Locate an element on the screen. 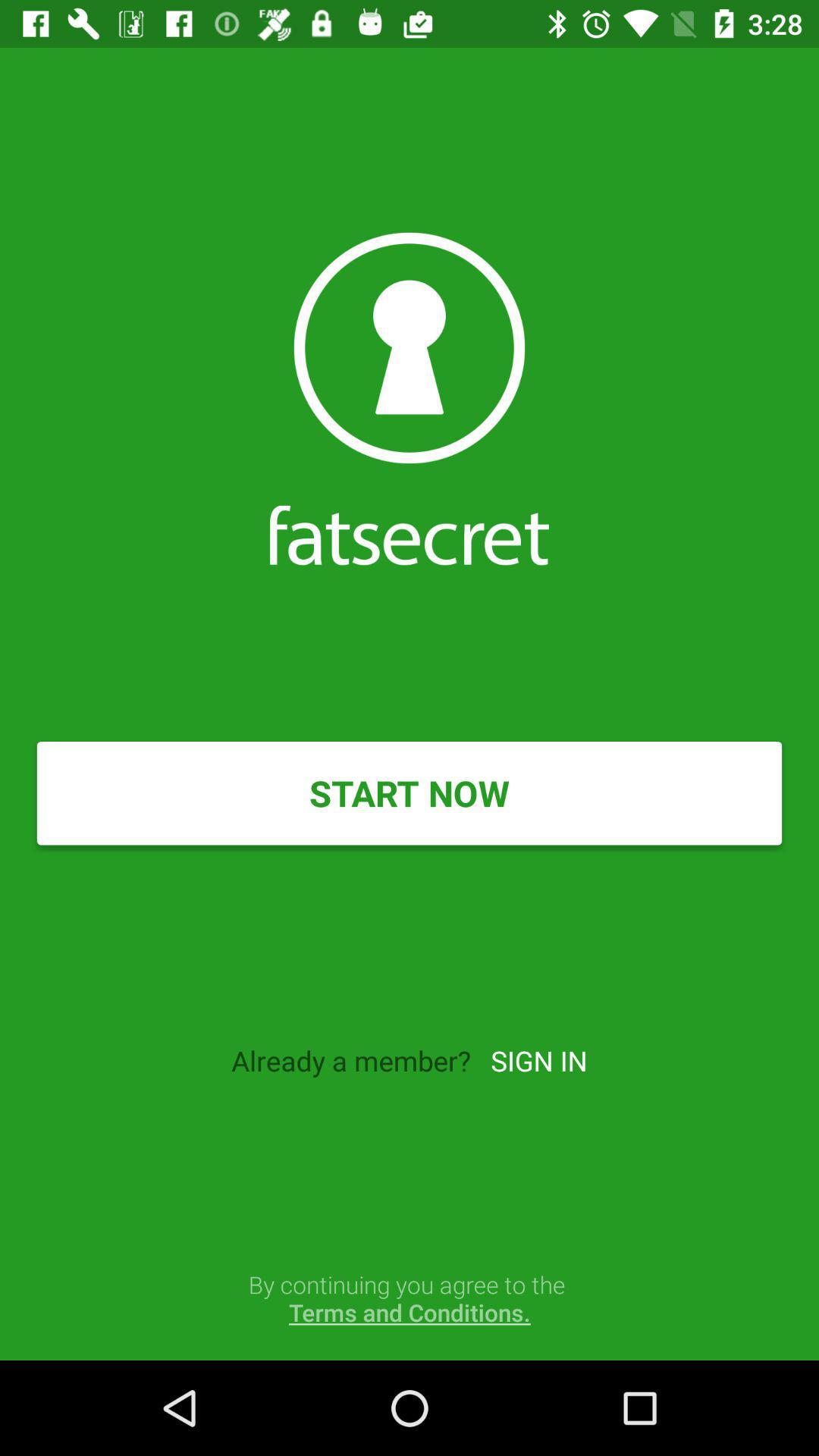 The height and width of the screenshot is (1456, 819). by continuing you item is located at coordinates (409, 1298).